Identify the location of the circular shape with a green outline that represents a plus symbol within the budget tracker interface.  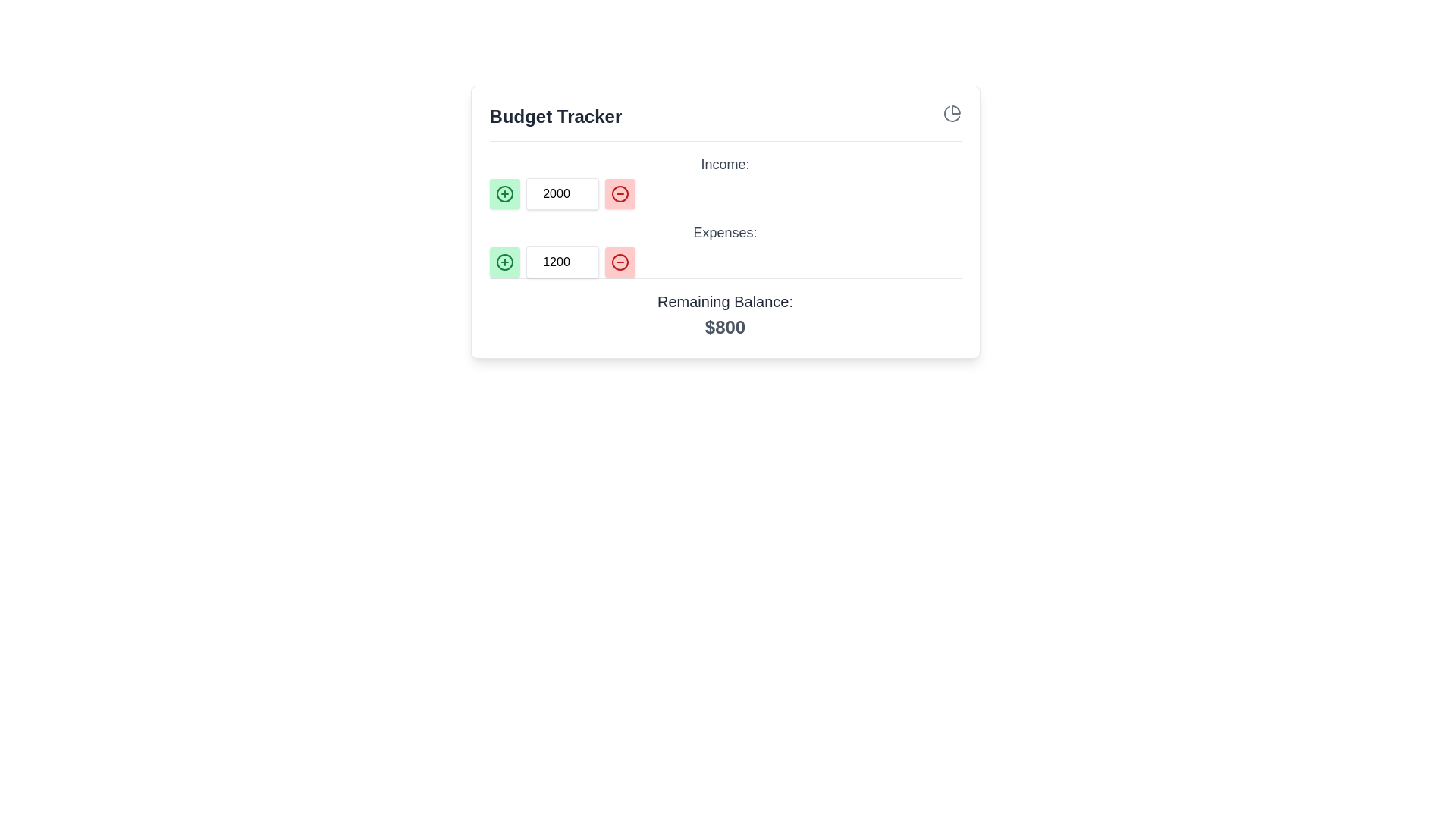
(504, 193).